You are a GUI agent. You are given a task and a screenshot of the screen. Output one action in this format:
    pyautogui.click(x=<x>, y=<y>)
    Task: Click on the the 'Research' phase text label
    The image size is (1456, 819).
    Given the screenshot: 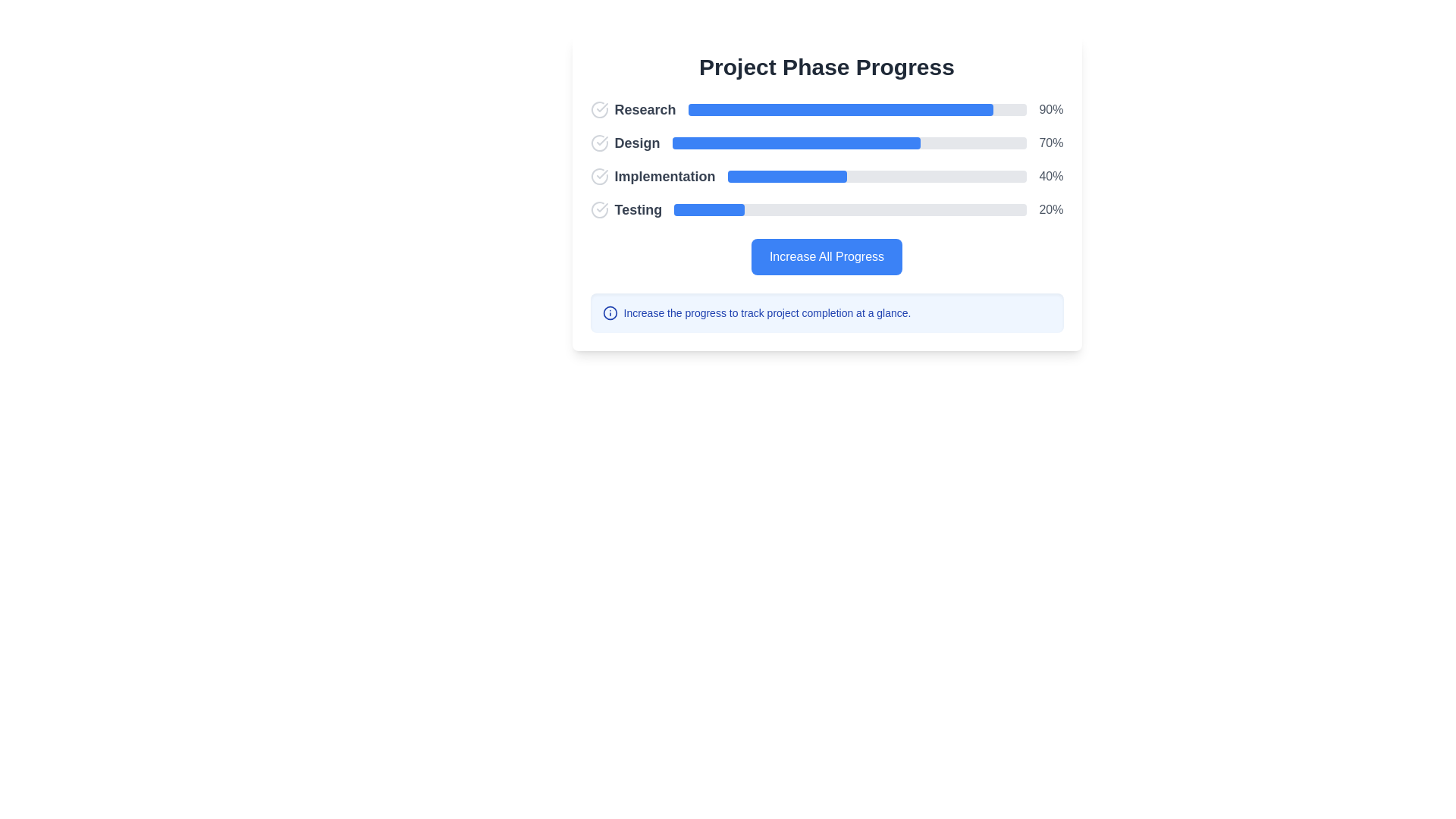 What is the action you would take?
    pyautogui.click(x=645, y=109)
    